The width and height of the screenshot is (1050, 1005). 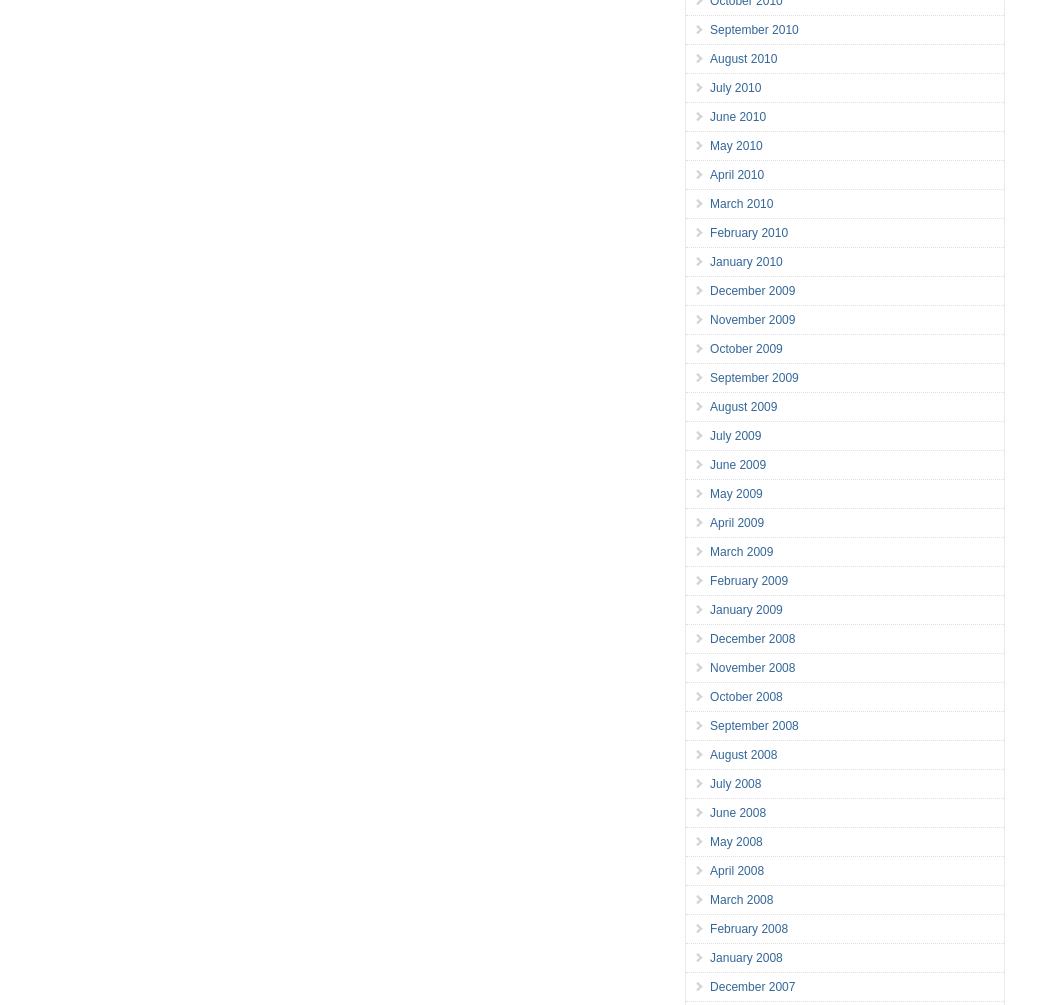 What do you see at coordinates (710, 551) in the screenshot?
I see `'March 2009'` at bounding box center [710, 551].